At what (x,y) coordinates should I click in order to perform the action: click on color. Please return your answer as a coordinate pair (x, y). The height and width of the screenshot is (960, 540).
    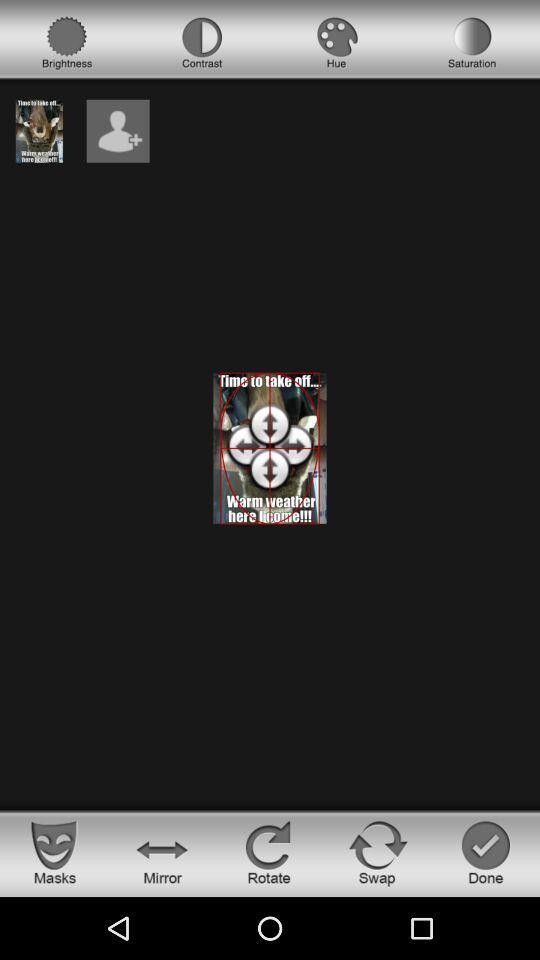
    Looking at the image, I should click on (337, 42).